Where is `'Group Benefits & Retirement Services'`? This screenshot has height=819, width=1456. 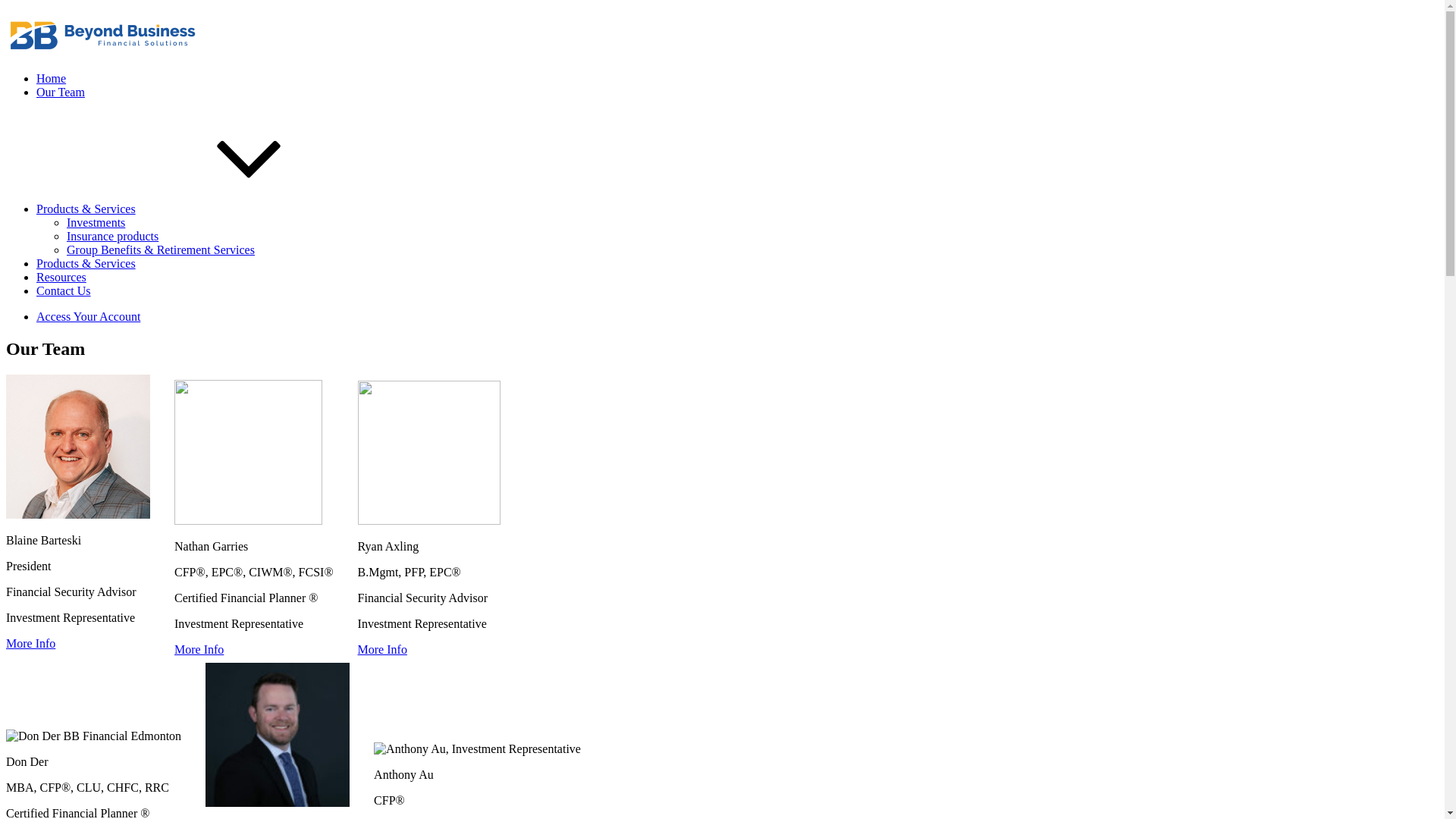
'Group Benefits & Retirement Services' is located at coordinates (160, 249).